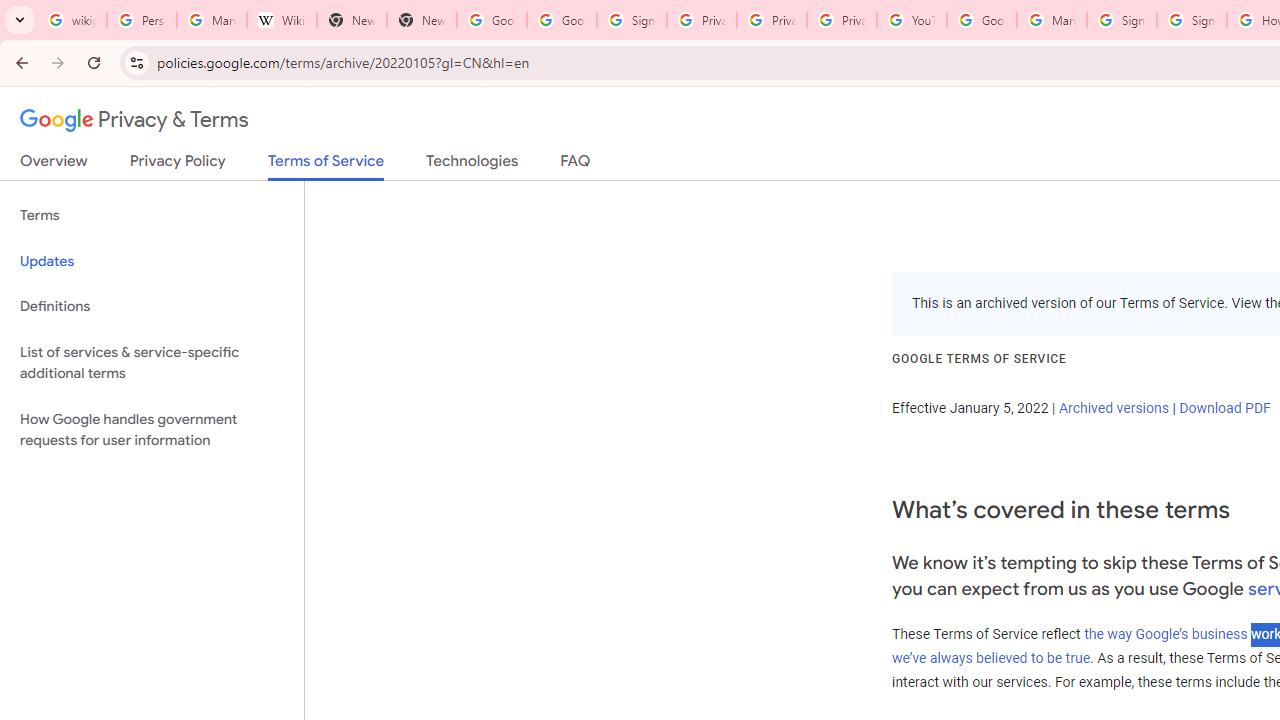 The width and height of the screenshot is (1280, 720). What do you see at coordinates (420, 20) in the screenshot?
I see `'New Tab'` at bounding box center [420, 20].